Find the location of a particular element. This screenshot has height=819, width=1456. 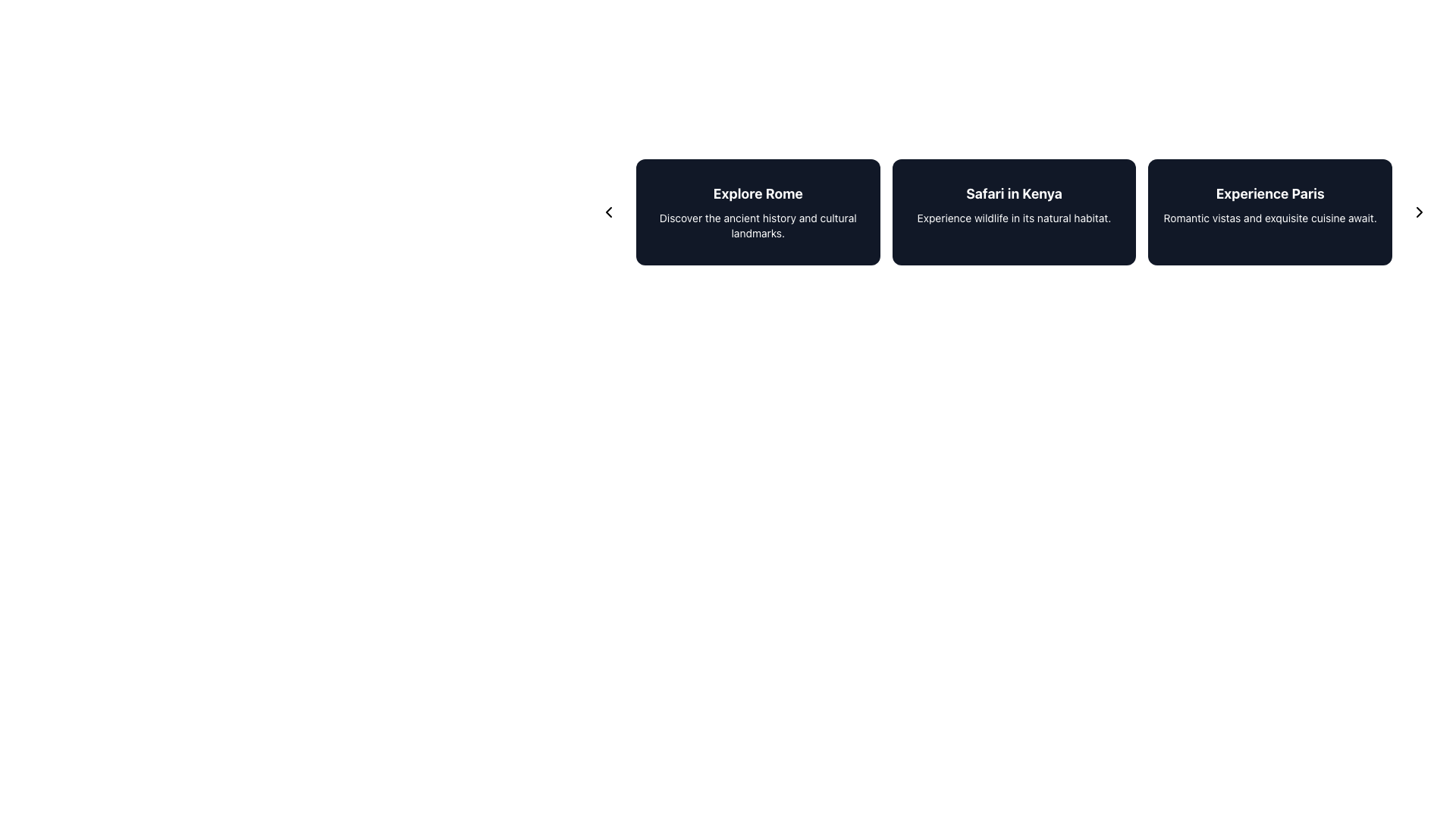

the Informational card titled 'Explore Rome', which features a dark background and white text, located in the upper-middle section of the interface is located at coordinates (758, 212).